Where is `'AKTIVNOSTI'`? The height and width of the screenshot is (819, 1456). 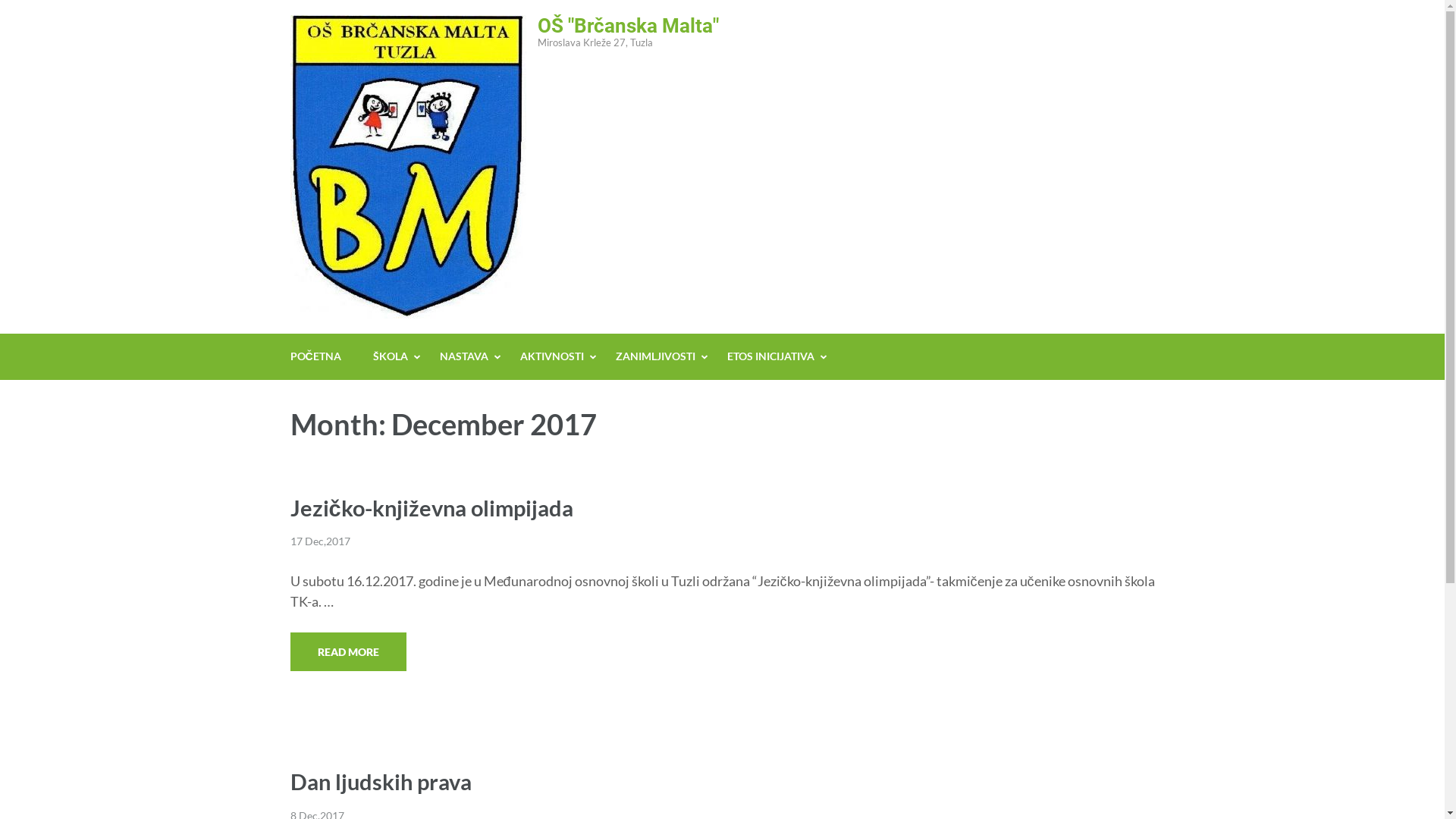
'AKTIVNOSTI' is located at coordinates (551, 356).